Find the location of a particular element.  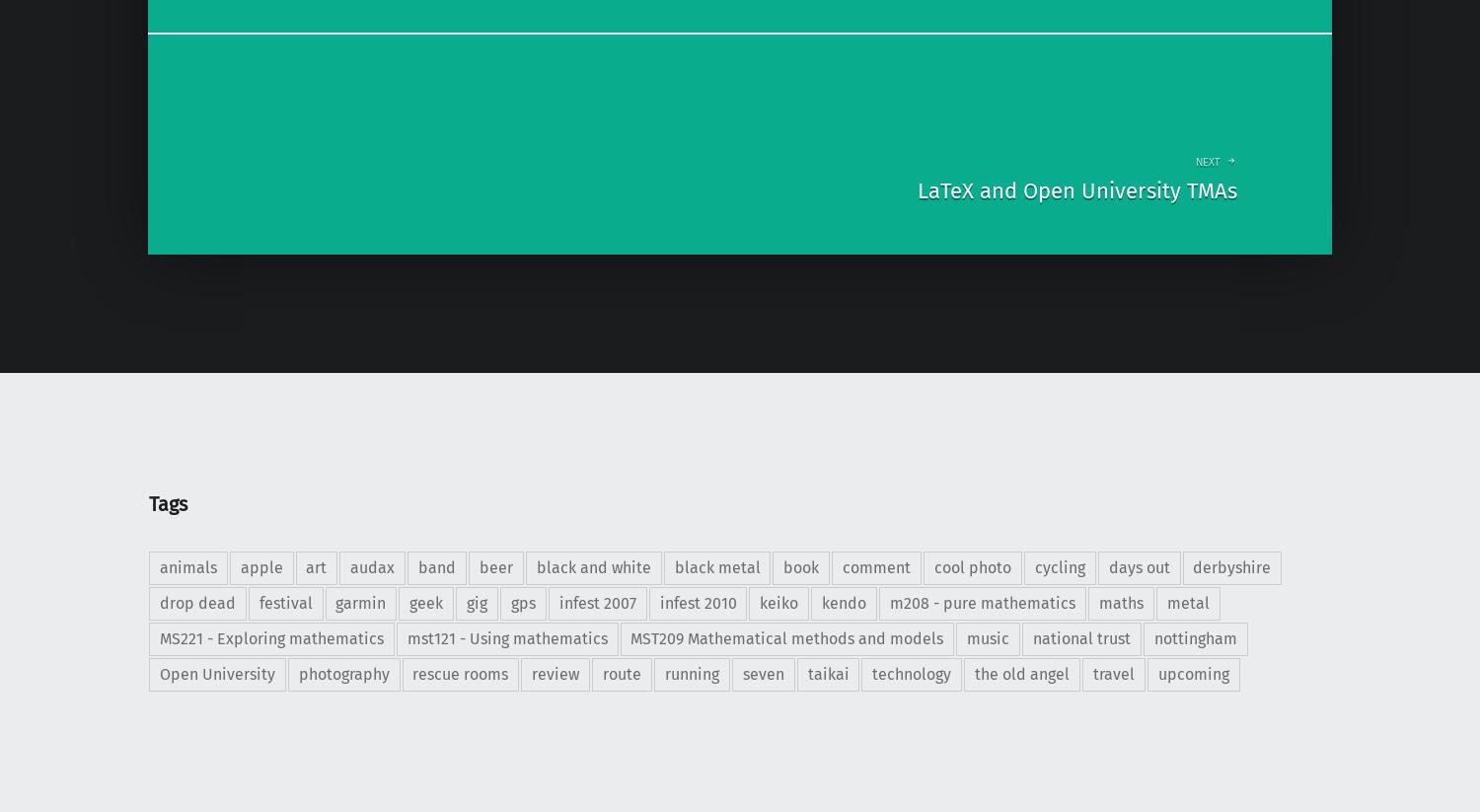

'kendo' is located at coordinates (843, 602).